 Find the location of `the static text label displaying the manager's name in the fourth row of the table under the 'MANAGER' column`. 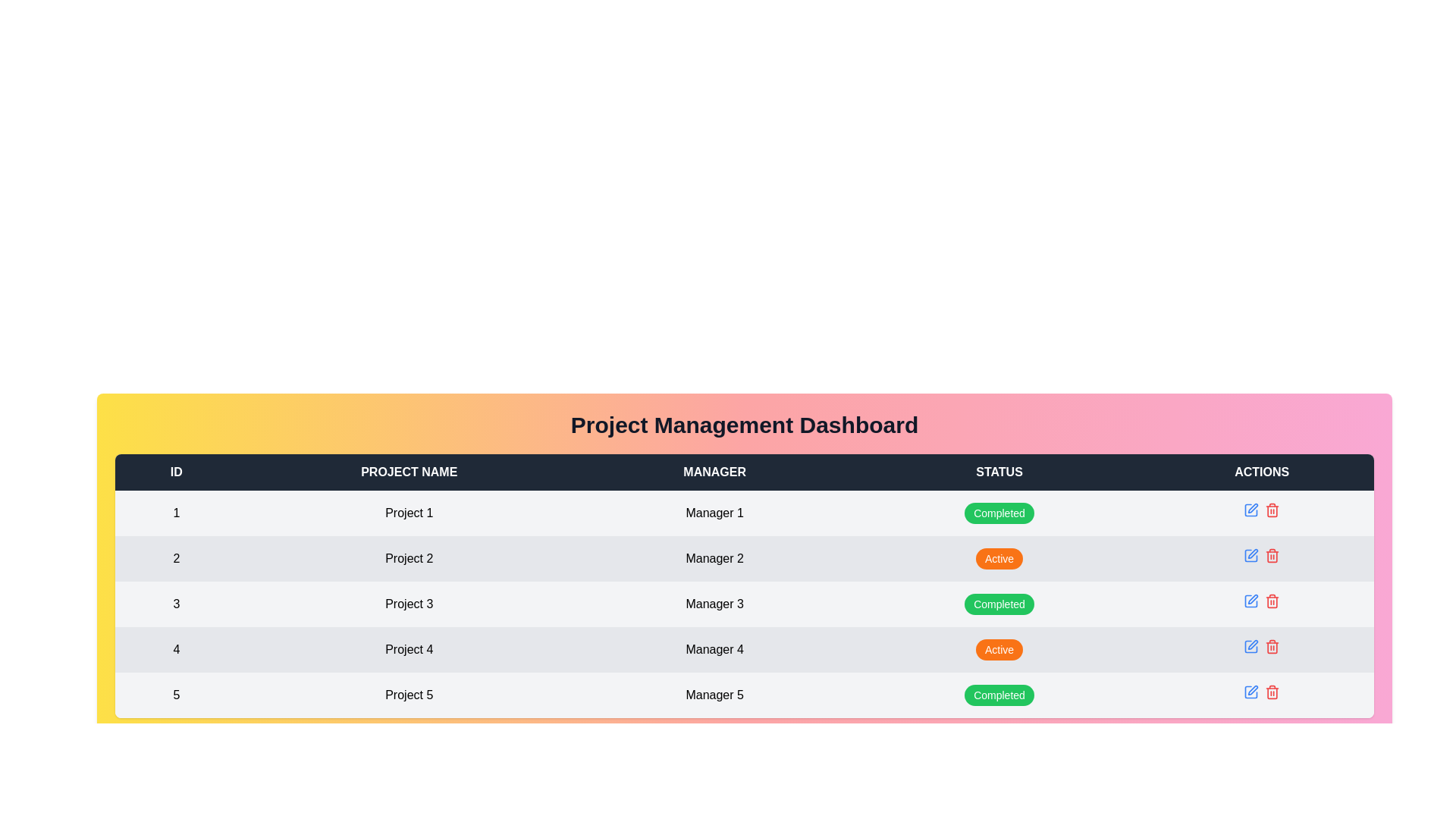

the static text label displaying the manager's name in the fourth row of the table under the 'MANAGER' column is located at coordinates (714, 648).